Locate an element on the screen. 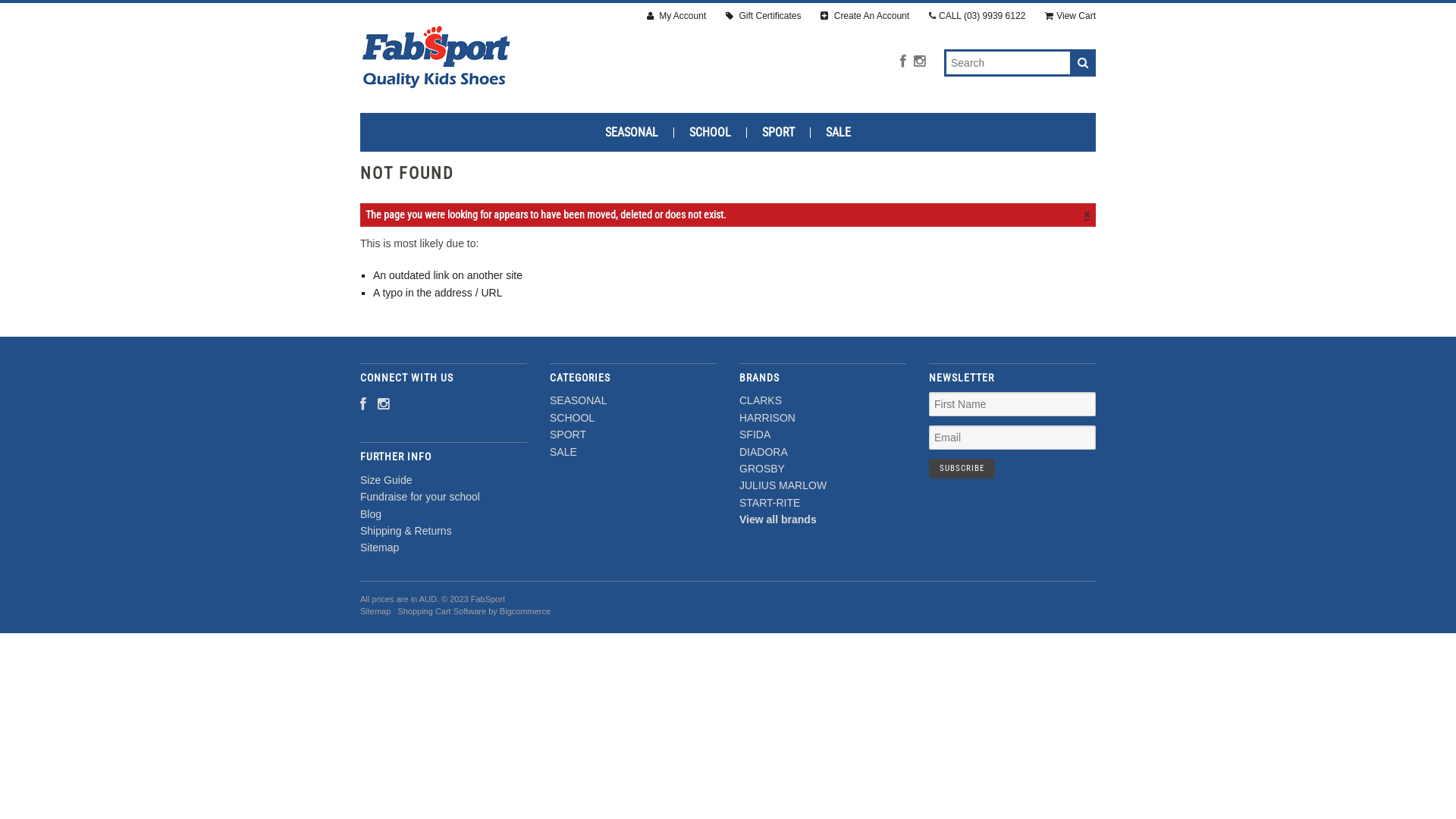  'Blog' is located at coordinates (371, 513).